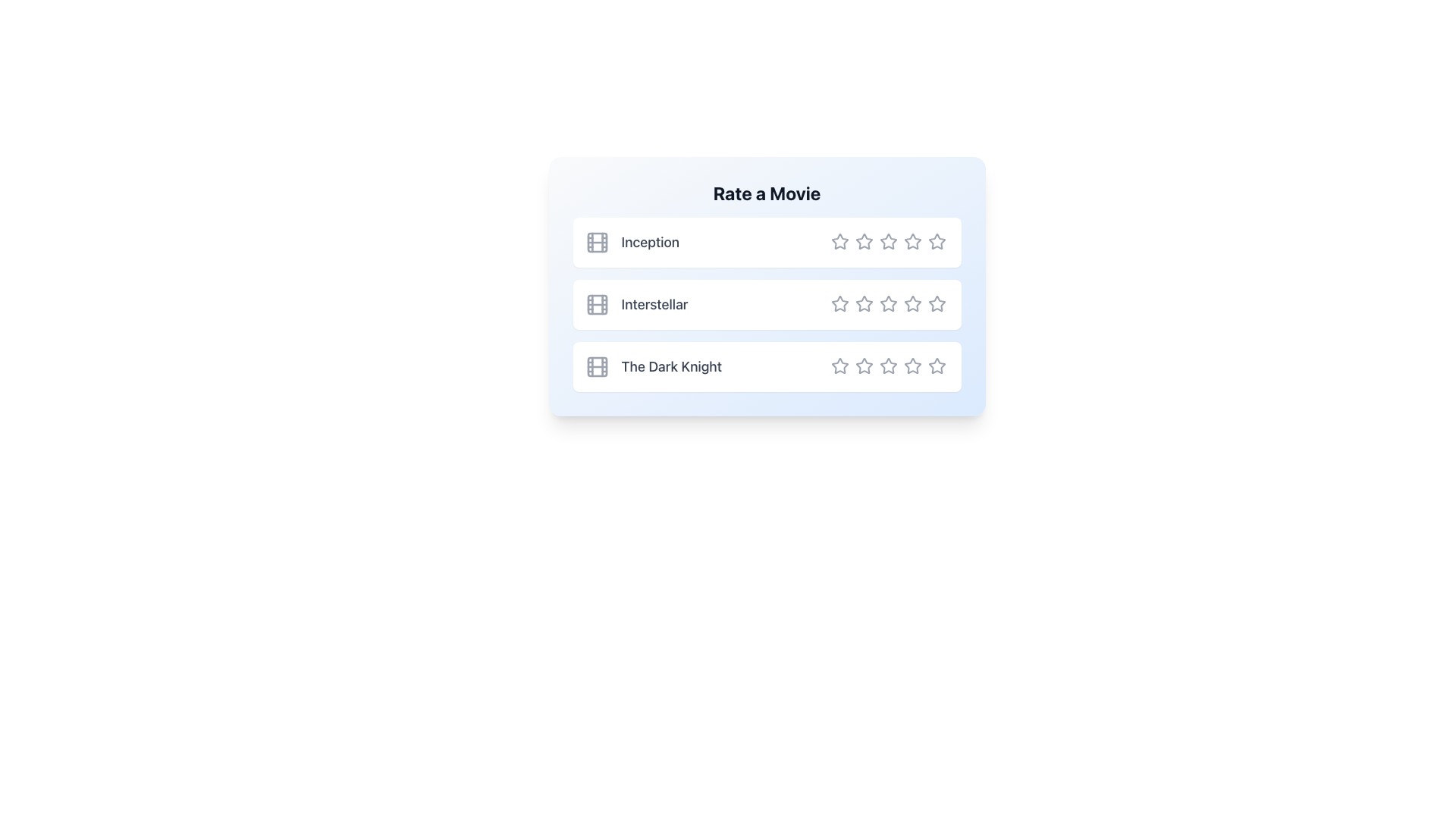 This screenshot has height=819, width=1456. What do you see at coordinates (839, 241) in the screenshot?
I see `the first star button in the five-star rating system for the movie 'Inception'` at bounding box center [839, 241].